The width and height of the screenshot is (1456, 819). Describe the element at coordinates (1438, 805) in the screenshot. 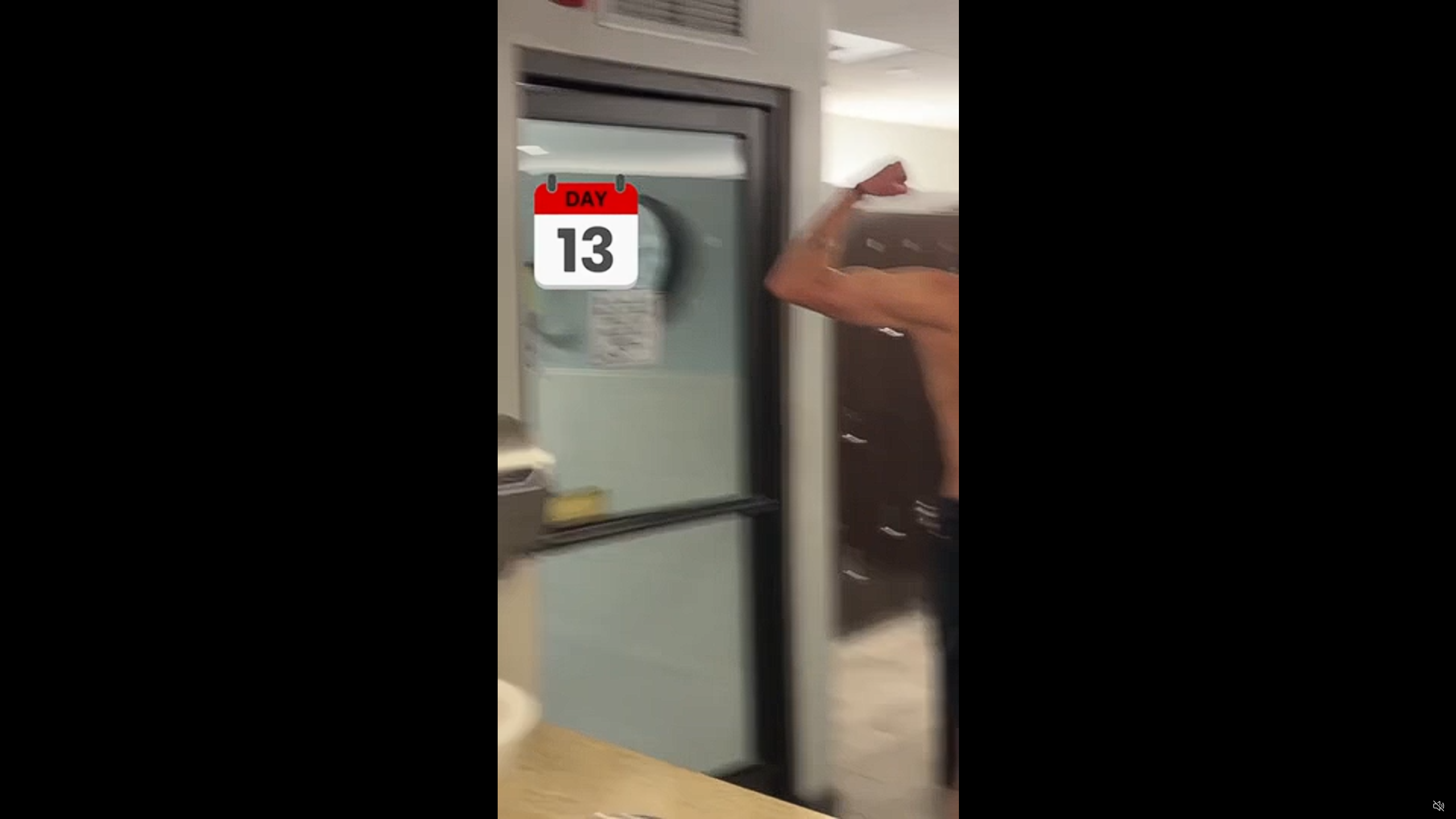

I see `'Unmute'` at that location.